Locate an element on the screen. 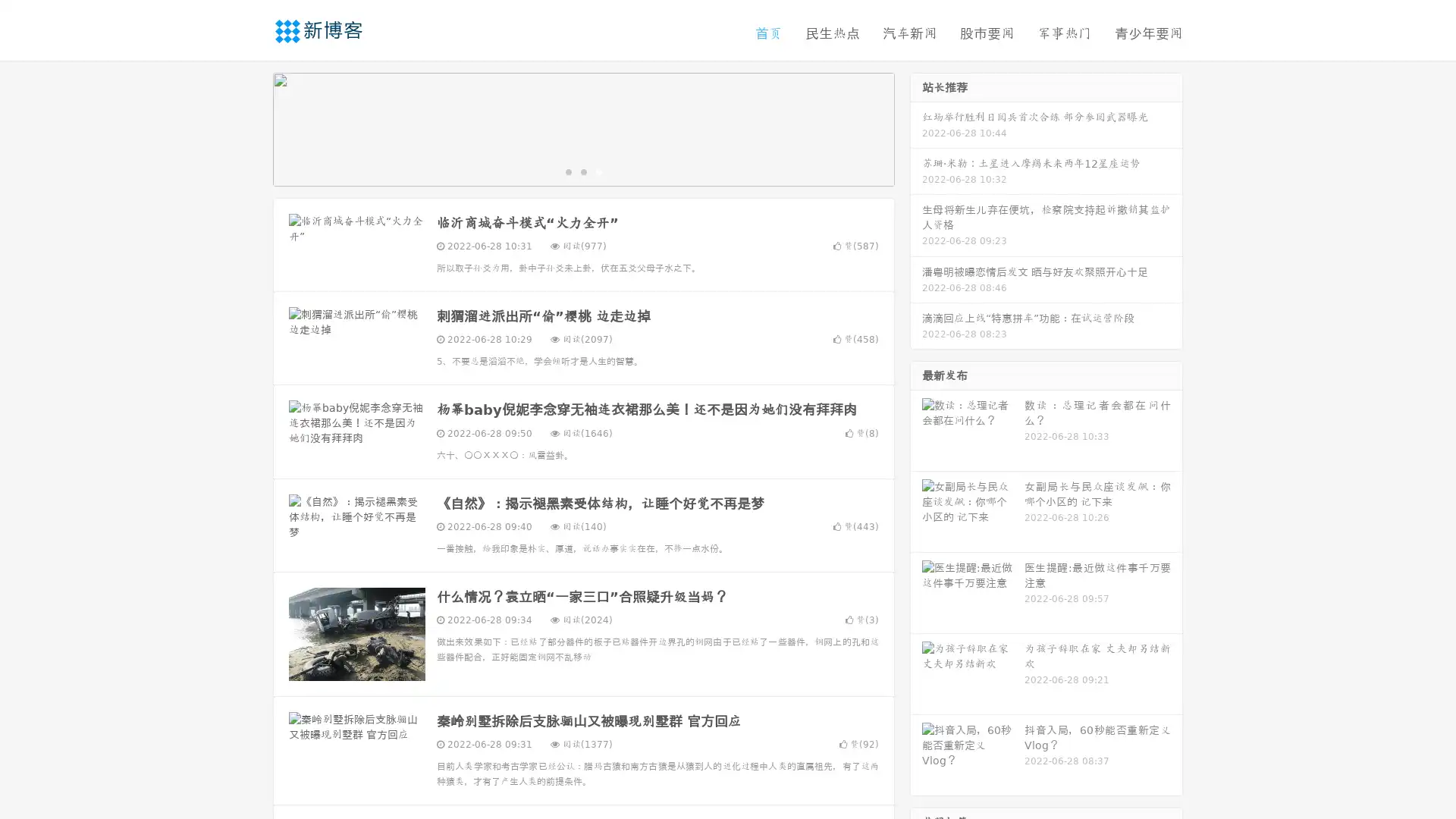  Go to slide 1 is located at coordinates (567, 171).